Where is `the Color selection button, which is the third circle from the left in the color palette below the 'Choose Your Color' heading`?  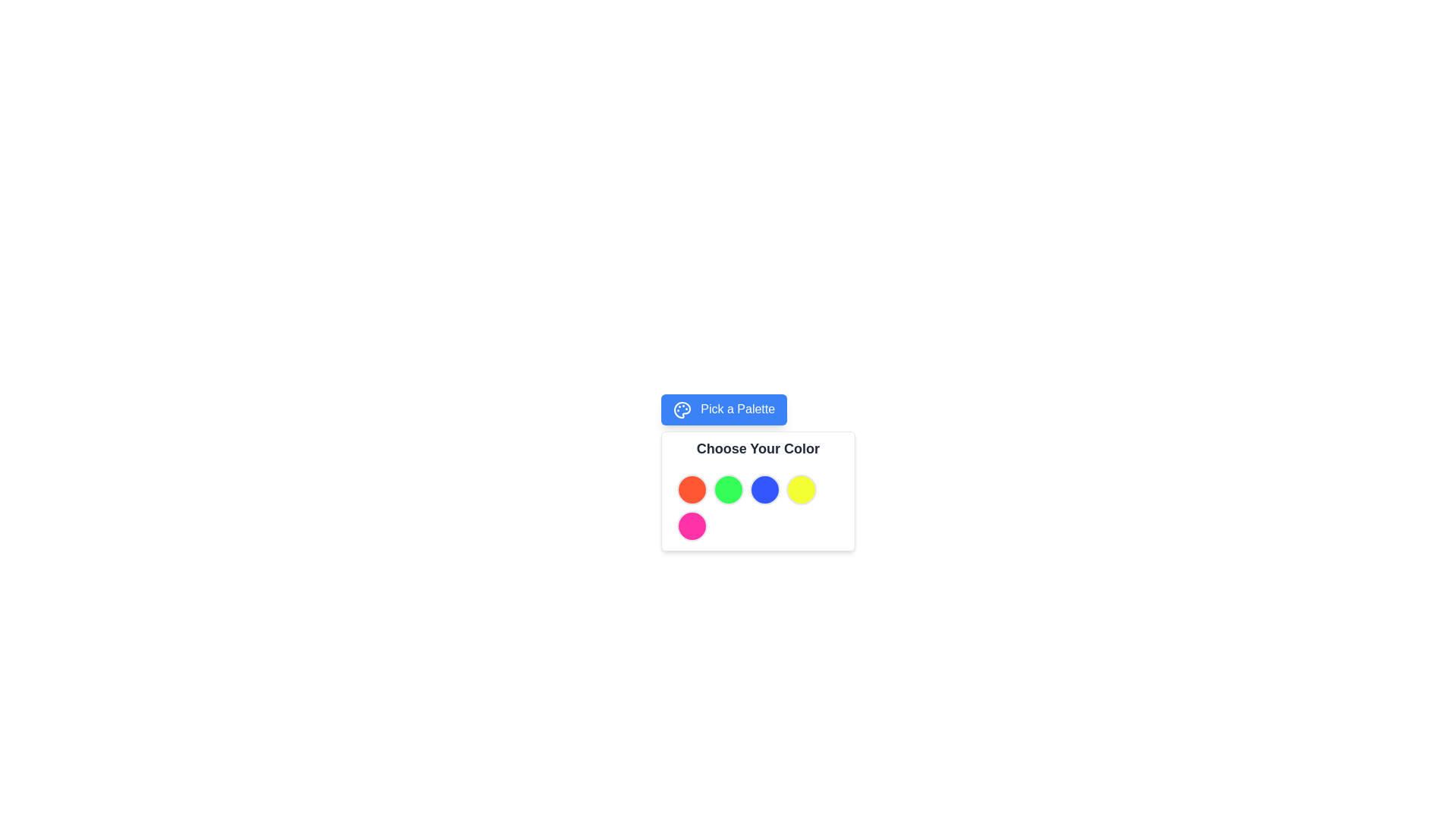 the Color selection button, which is the third circle from the left in the color palette below the 'Choose Your Color' heading is located at coordinates (758, 491).